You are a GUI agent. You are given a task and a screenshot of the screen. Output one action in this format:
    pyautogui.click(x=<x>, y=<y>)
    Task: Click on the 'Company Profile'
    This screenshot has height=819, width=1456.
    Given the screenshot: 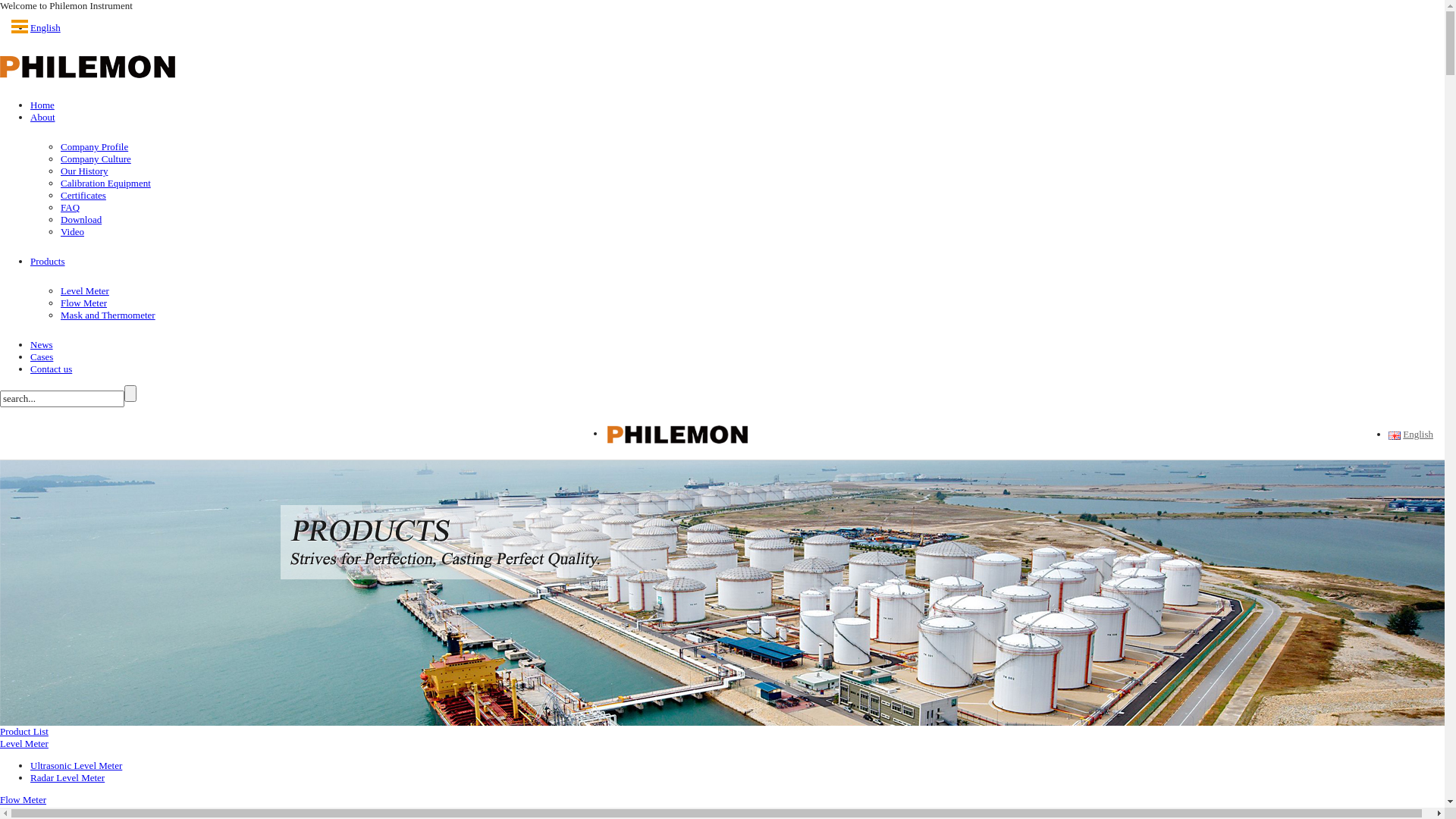 What is the action you would take?
    pyautogui.click(x=93, y=146)
    